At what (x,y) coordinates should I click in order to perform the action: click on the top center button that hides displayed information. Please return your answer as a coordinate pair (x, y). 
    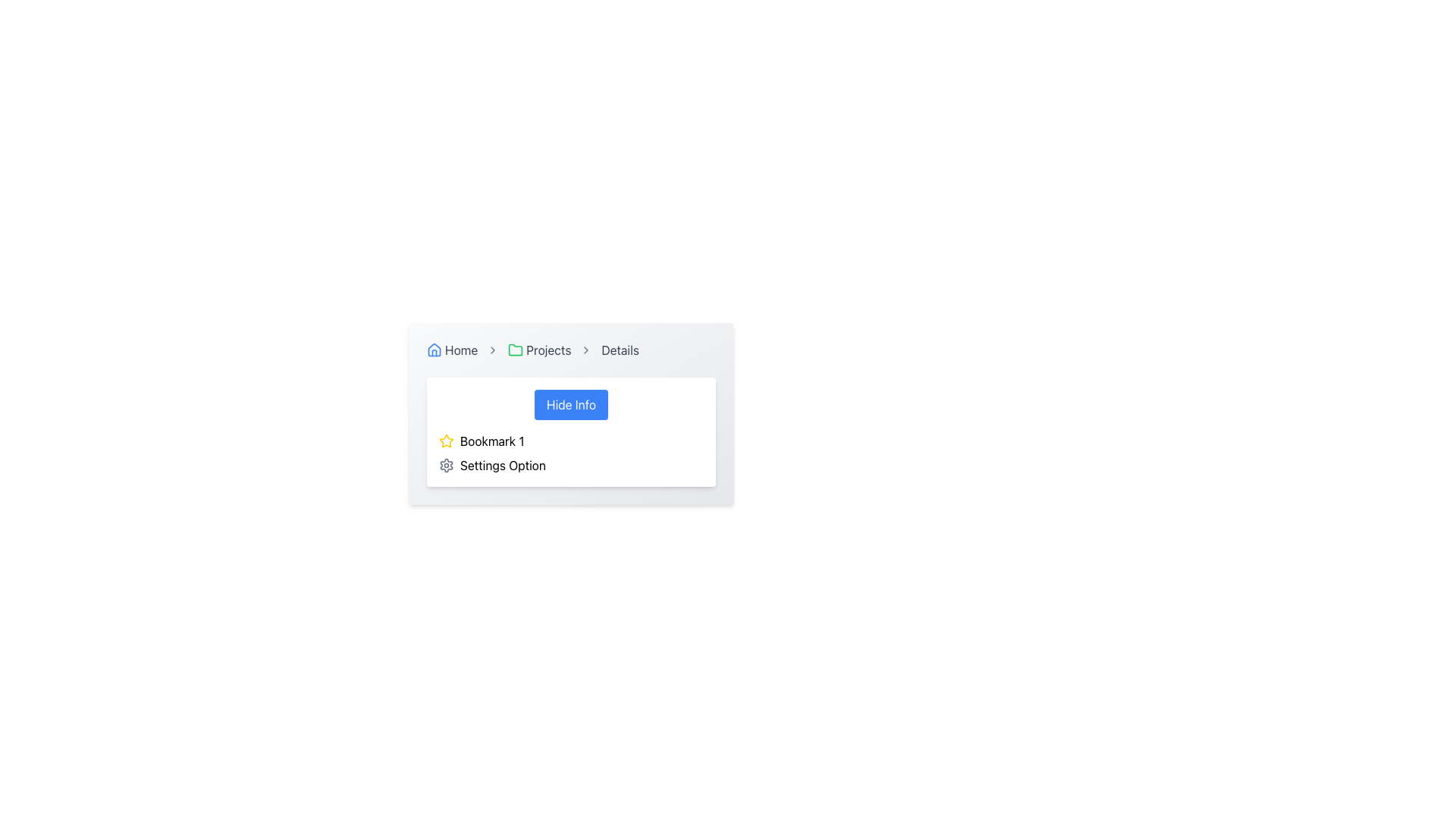
    Looking at the image, I should click on (570, 403).